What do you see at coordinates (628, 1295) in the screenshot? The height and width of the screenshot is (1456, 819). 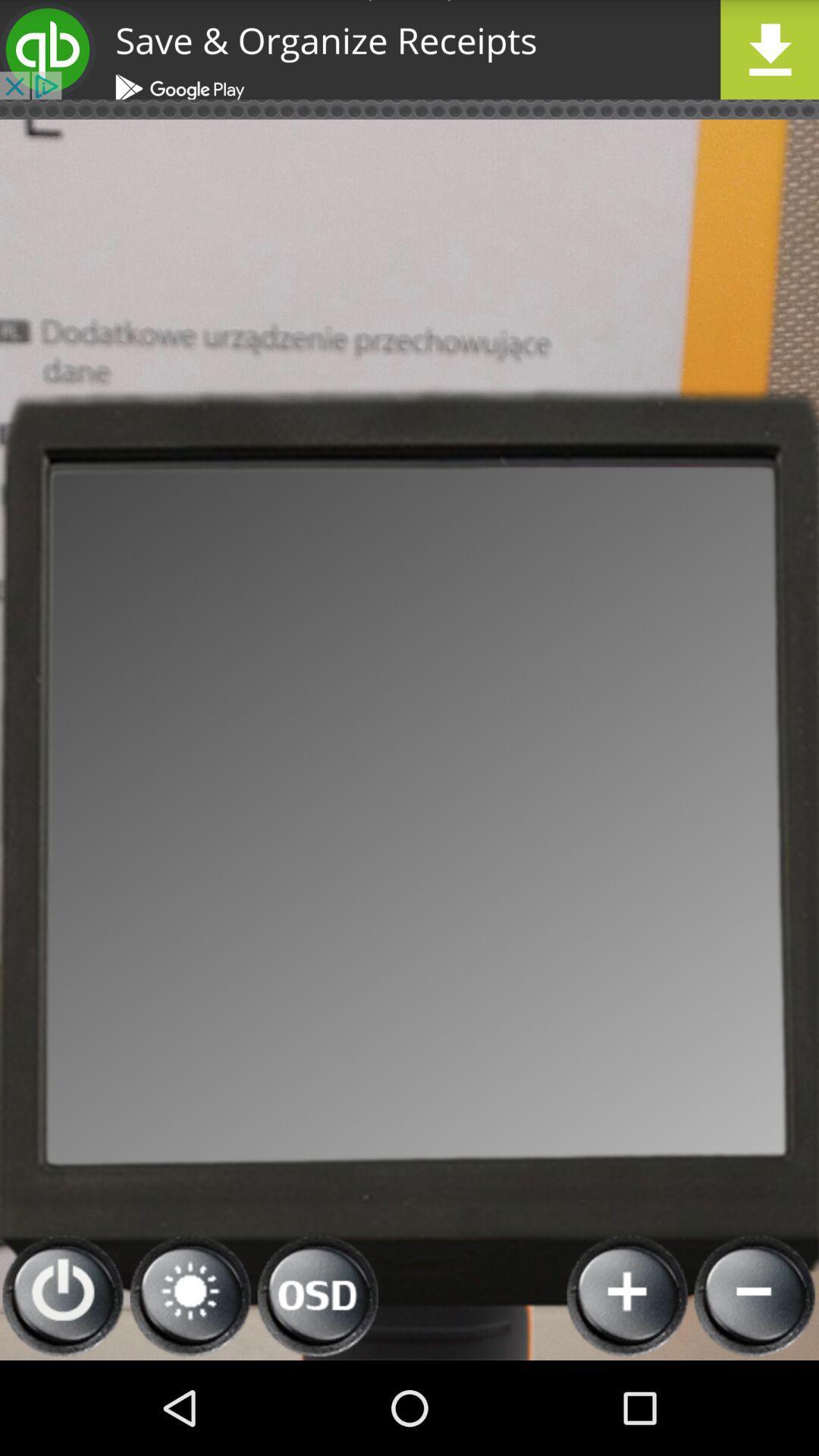 I see `to image` at bounding box center [628, 1295].